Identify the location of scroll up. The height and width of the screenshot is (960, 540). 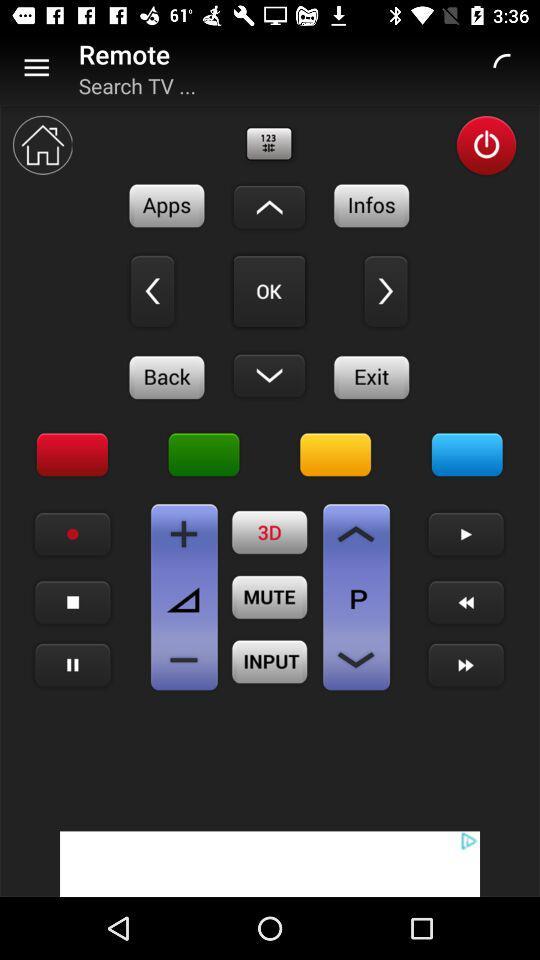
(269, 207).